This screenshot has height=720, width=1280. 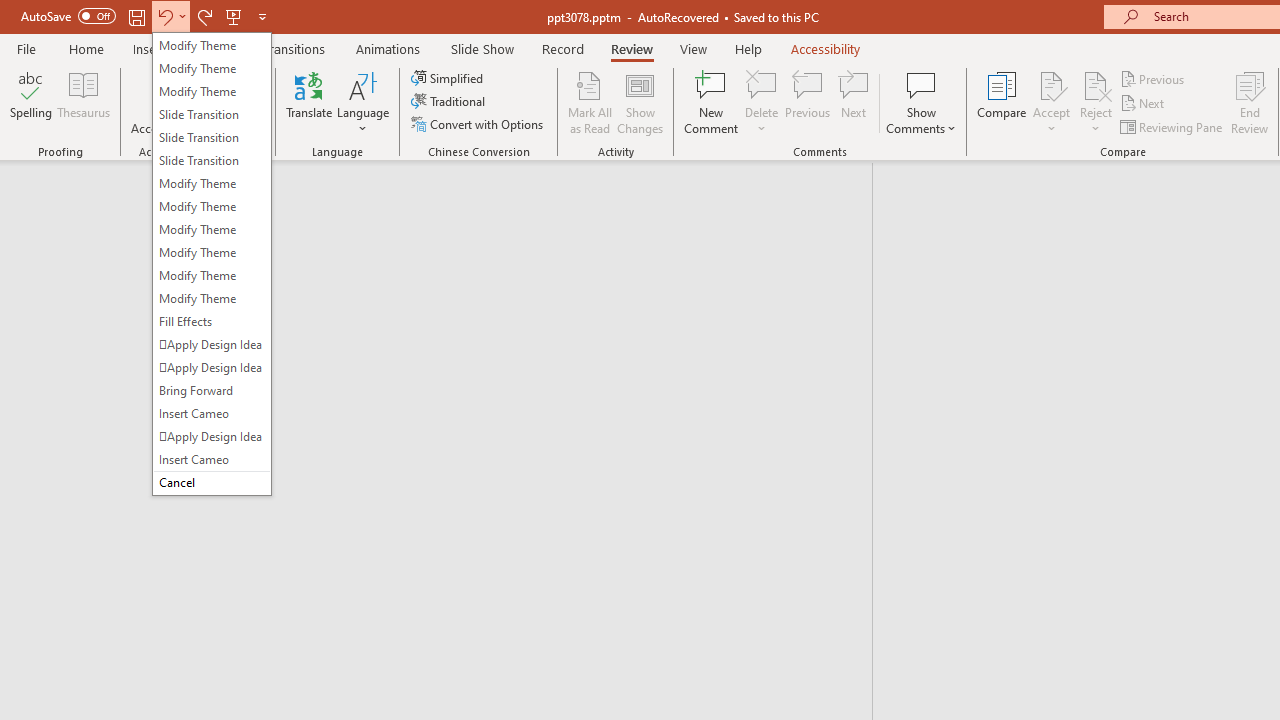 I want to click on 'Delete', so click(x=761, y=103).